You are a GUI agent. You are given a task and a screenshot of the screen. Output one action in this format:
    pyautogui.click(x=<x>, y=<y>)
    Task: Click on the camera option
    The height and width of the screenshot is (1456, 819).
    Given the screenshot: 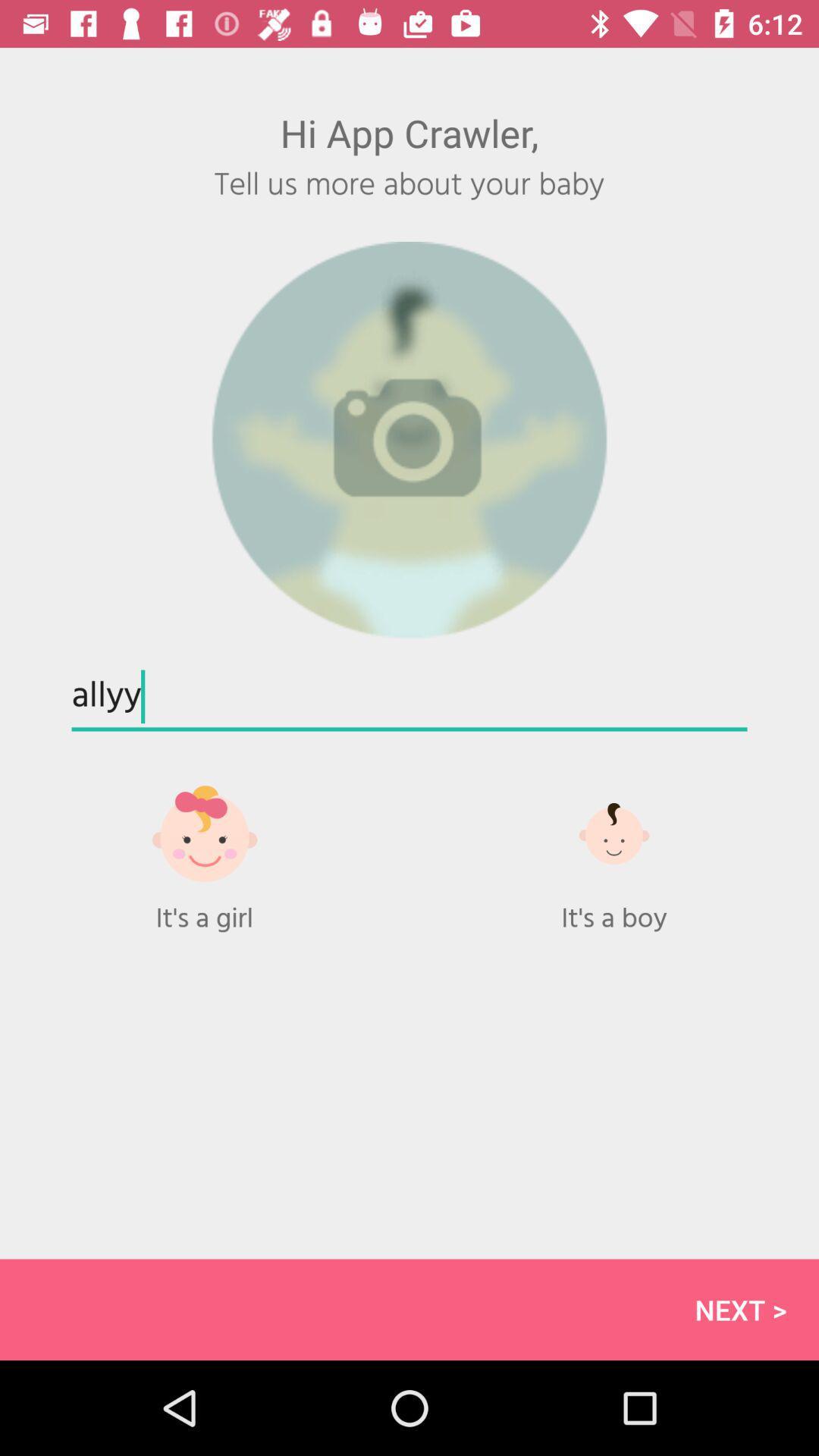 What is the action you would take?
    pyautogui.click(x=409, y=440)
    